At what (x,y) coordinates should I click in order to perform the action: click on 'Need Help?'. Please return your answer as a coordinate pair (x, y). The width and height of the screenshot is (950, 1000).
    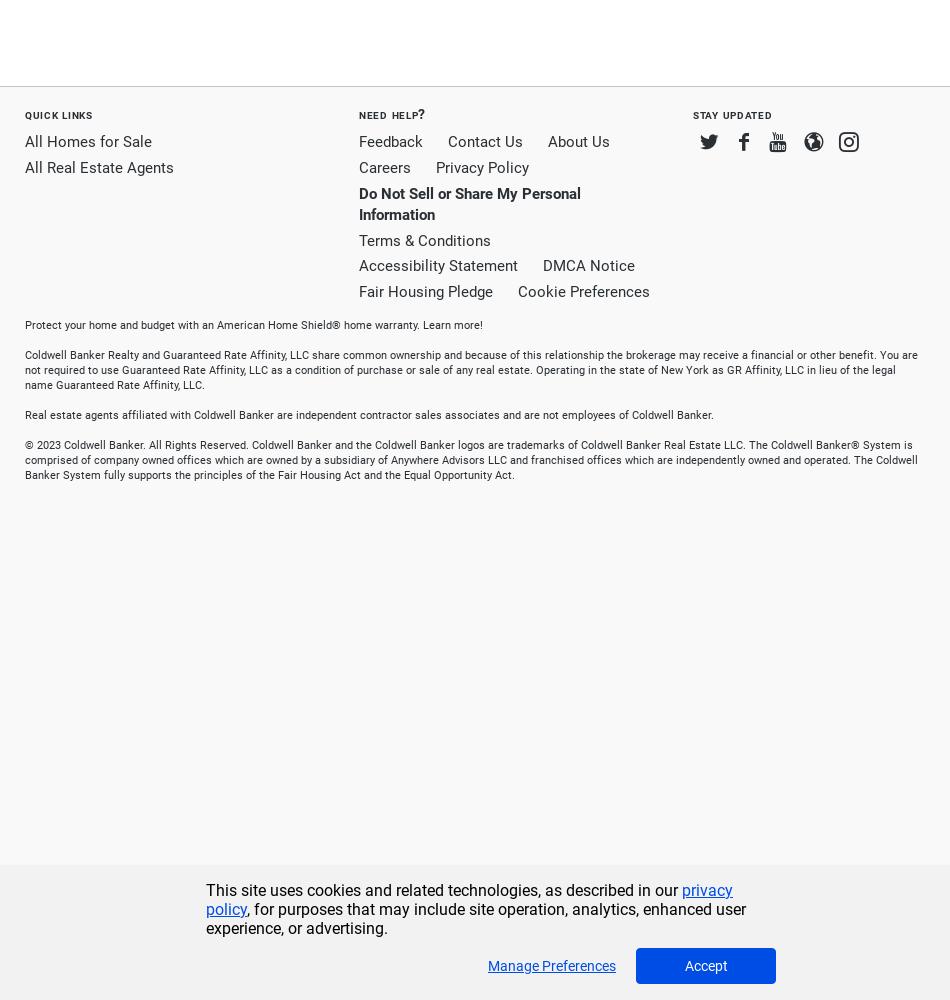
    Looking at the image, I should click on (358, 113).